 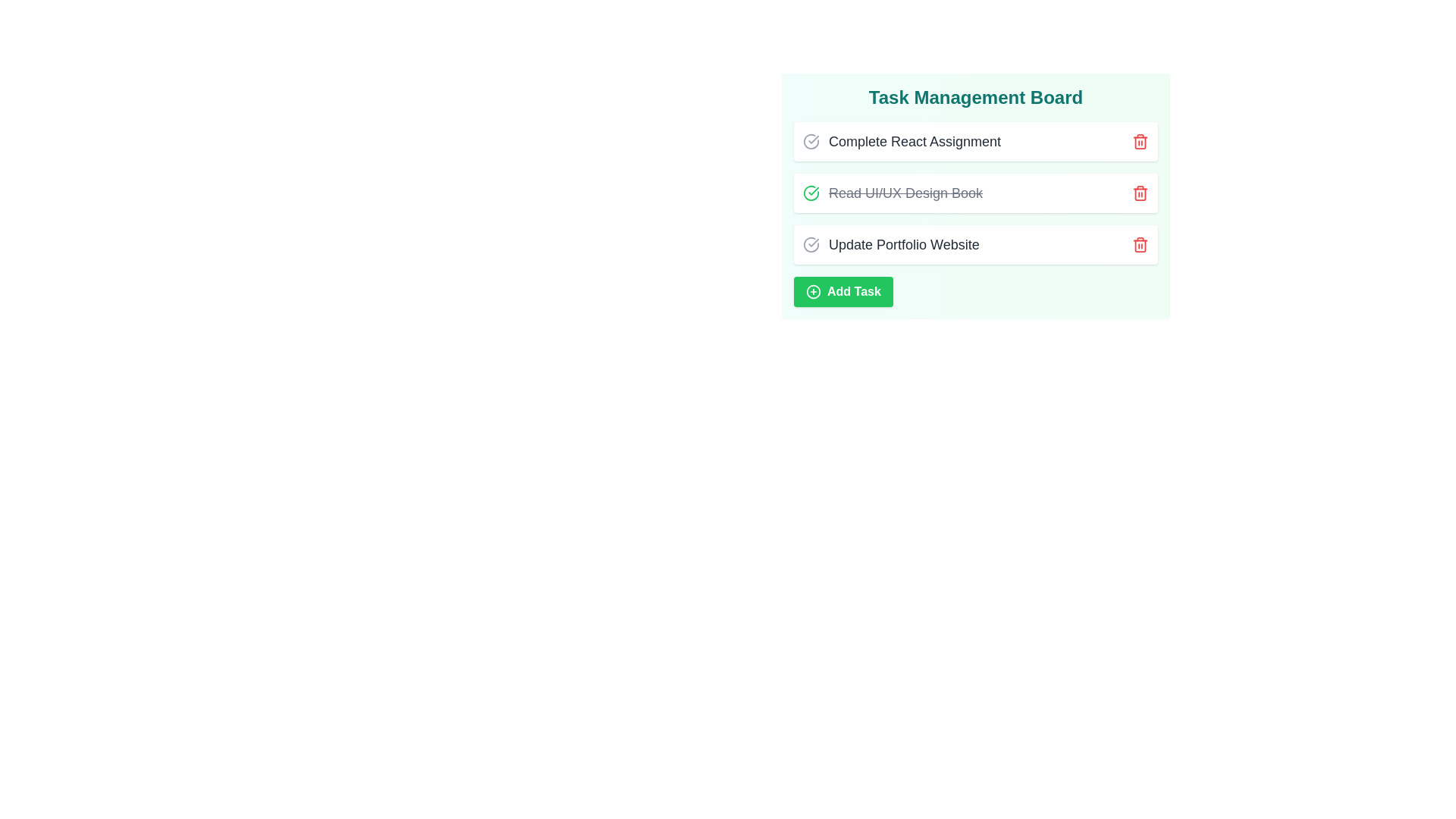 I want to click on the trash icon next to the task Complete React Assignment to delete it, so click(x=1140, y=141).